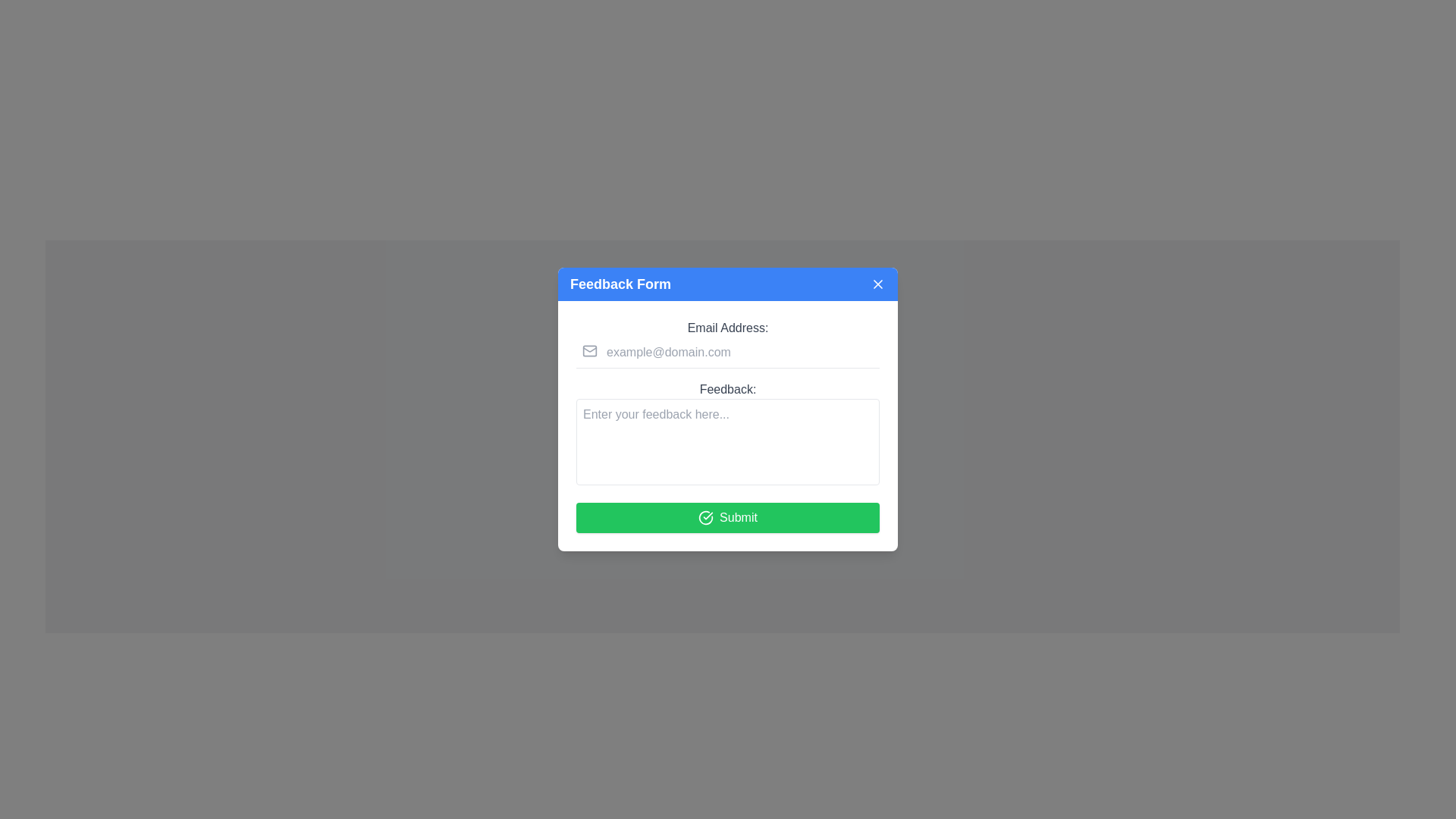  I want to click on the text label within the green button that indicates submission of the associated form, located at the center bottom of the modal, to the right of a circular checkmark icon, so click(739, 516).